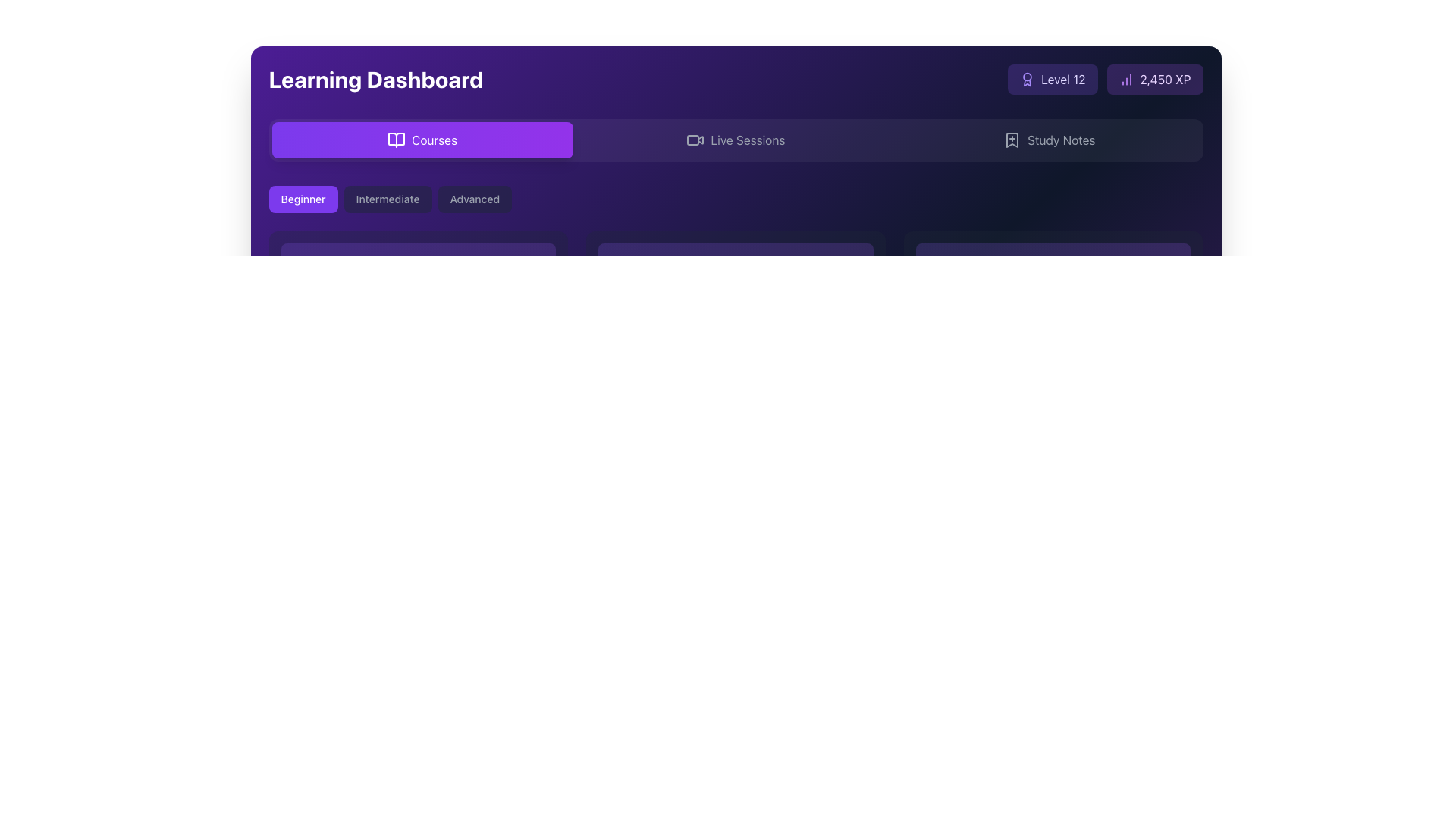  What do you see at coordinates (388, 198) in the screenshot?
I see `the 'Intermediate' difficulty selection button located between the 'Beginner' and 'Advanced' buttons beneath the 'Learning Dashboard' header to observe a change in text styling` at bounding box center [388, 198].